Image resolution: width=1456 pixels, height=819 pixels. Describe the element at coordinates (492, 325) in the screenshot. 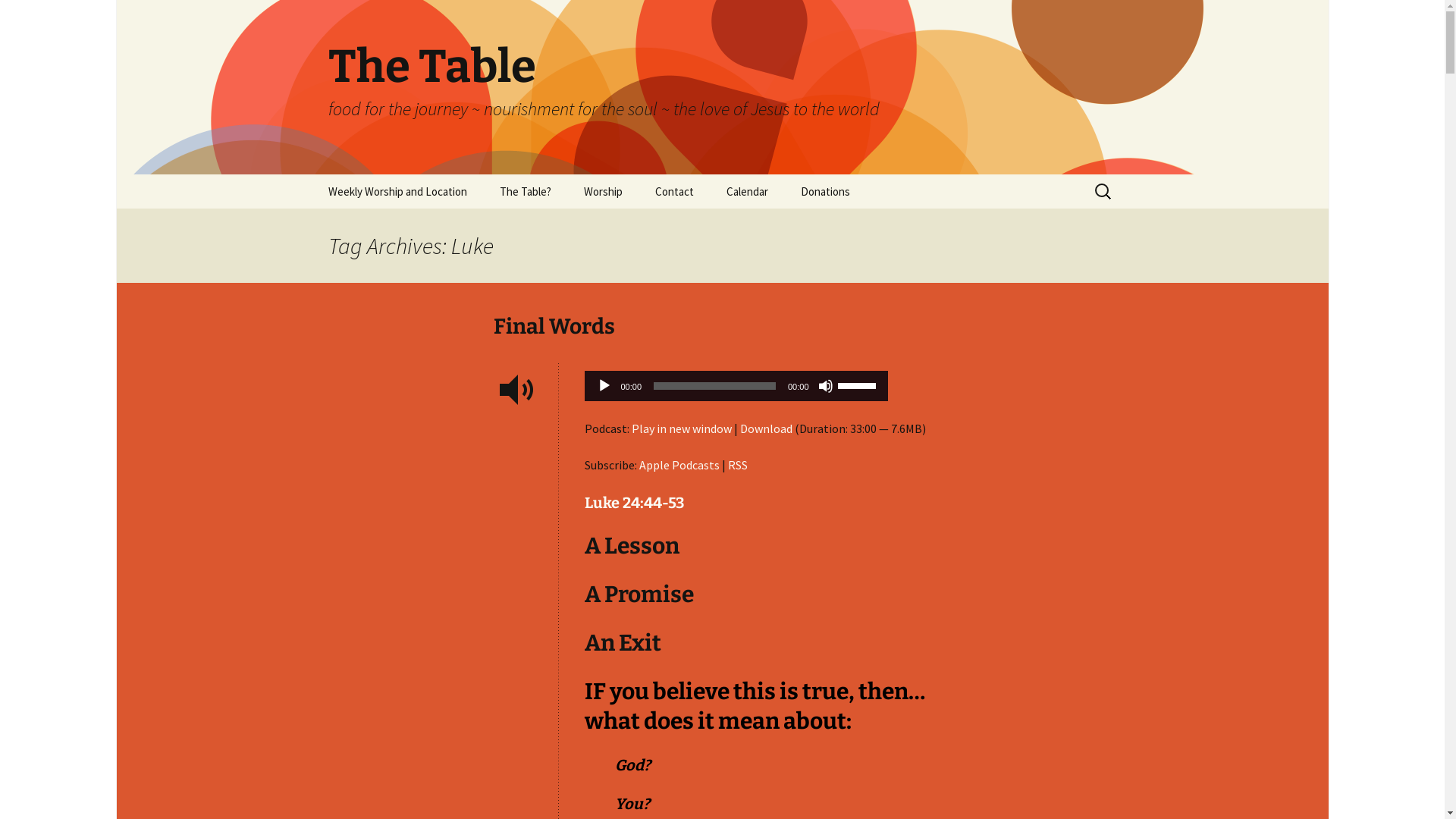

I see `'Final Words'` at that location.